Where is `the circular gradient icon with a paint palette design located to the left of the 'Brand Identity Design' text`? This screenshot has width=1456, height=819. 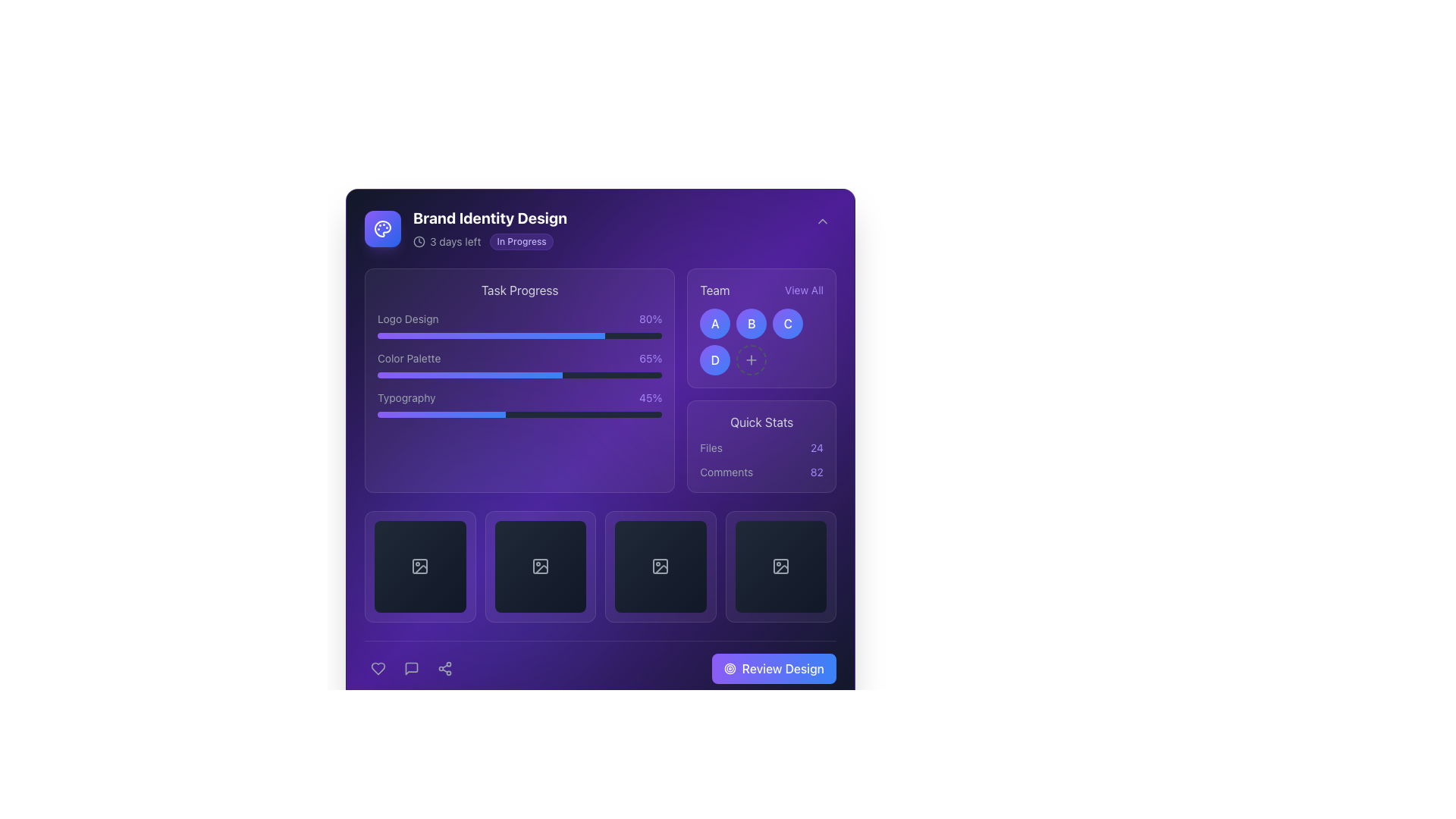 the circular gradient icon with a paint palette design located to the left of the 'Brand Identity Design' text is located at coordinates (382, 228).